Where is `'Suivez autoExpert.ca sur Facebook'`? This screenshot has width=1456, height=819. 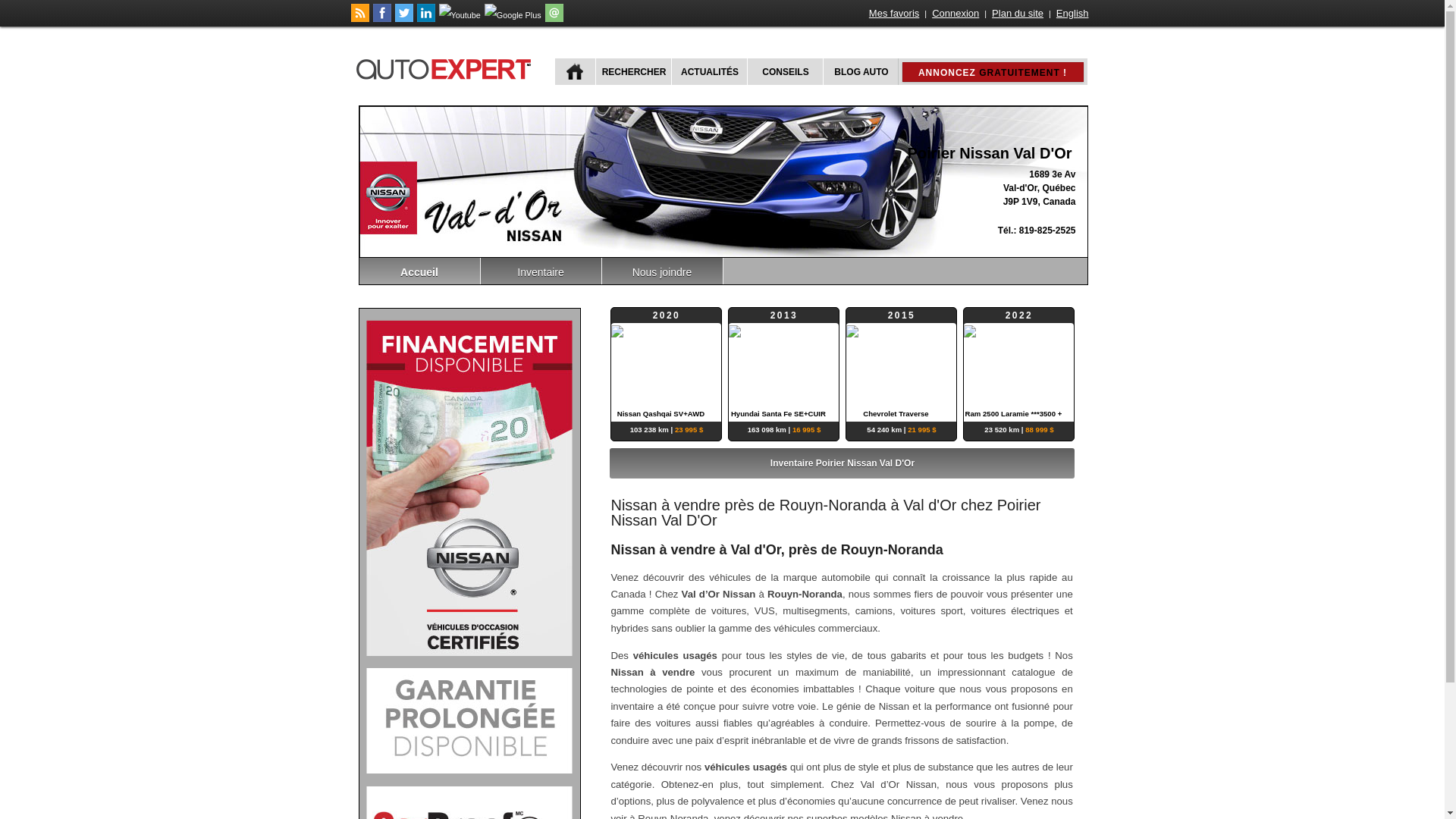 'Suivez autoExpert.ca sur Facebook' is located at coordinates (382, 18).